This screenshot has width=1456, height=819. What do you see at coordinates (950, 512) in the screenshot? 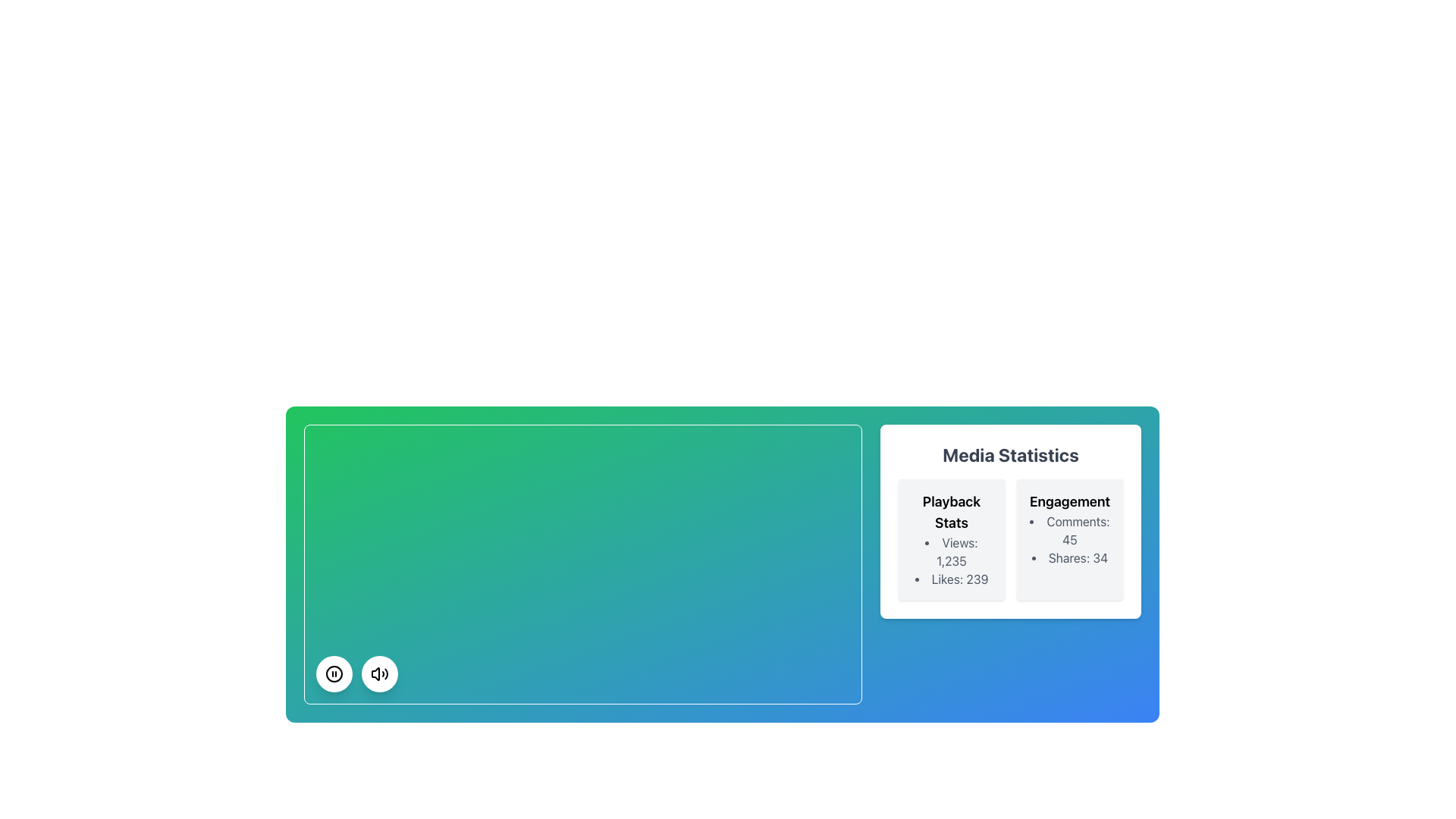
I see `the heading text that labels the section of the card displaying playback statistics, located within a light gray box with rounded corners in the 'Media Statistics' panel` at bounding box center [950, 512].